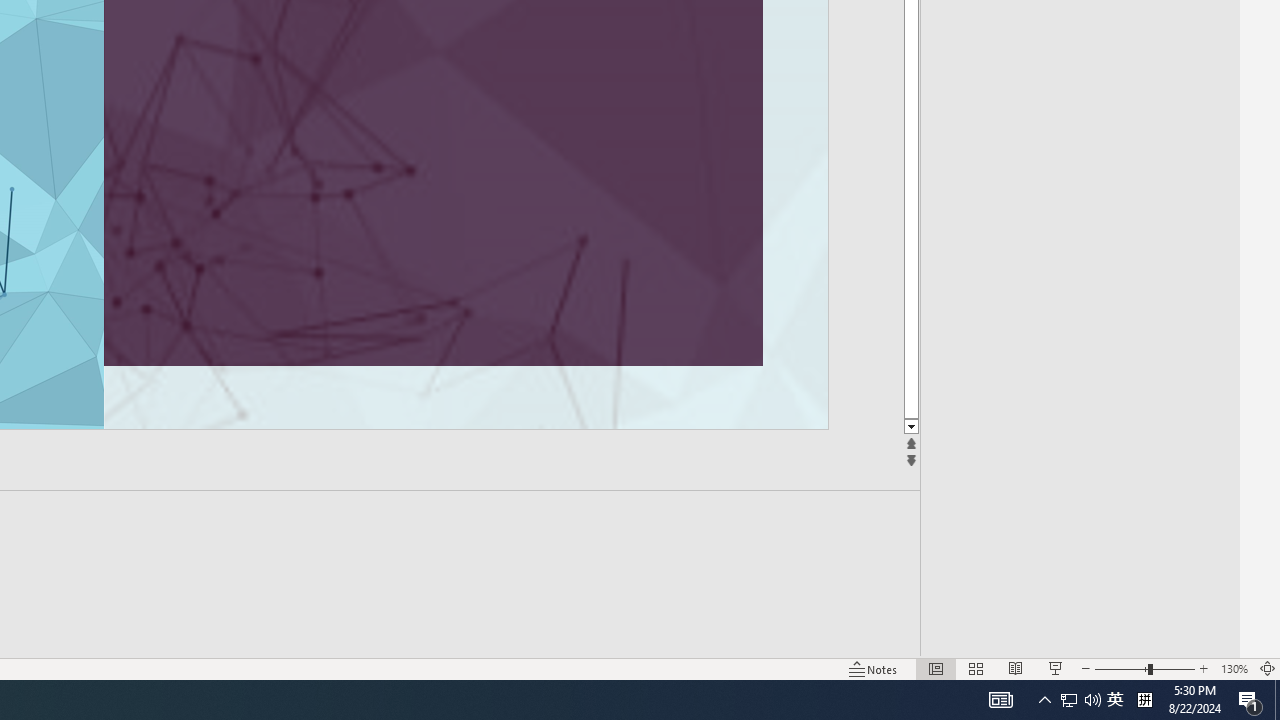  What do you see at coordinates (1233, 669) in the screenshot?
I see `'Zoom 130%'` at bounding box center [1233, 669].